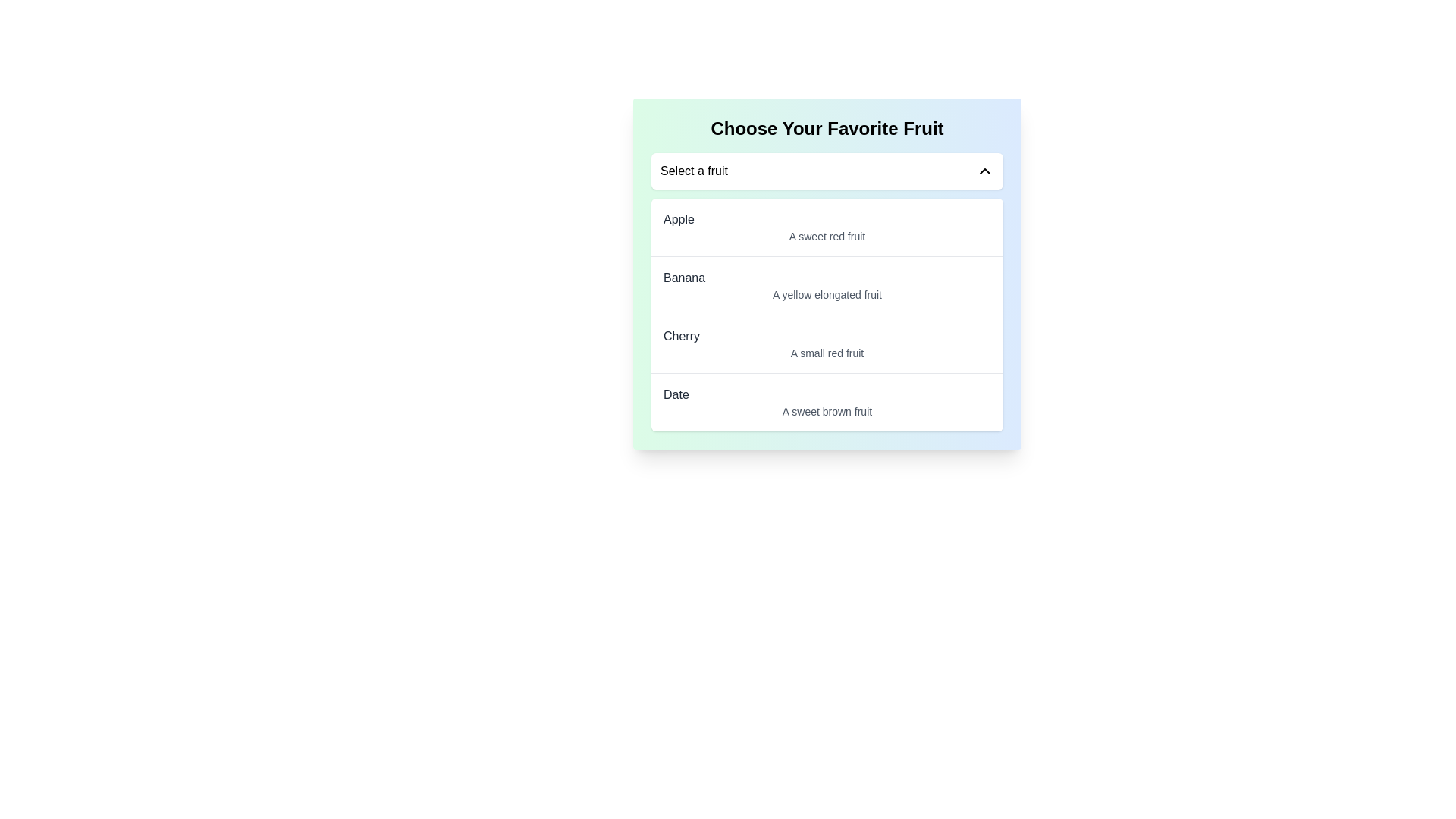 The image size is (1456, 819). Describe the element at coordinates (826, 274) in the screenshot. I see `the 'Banana' option in the selection list` at that location.